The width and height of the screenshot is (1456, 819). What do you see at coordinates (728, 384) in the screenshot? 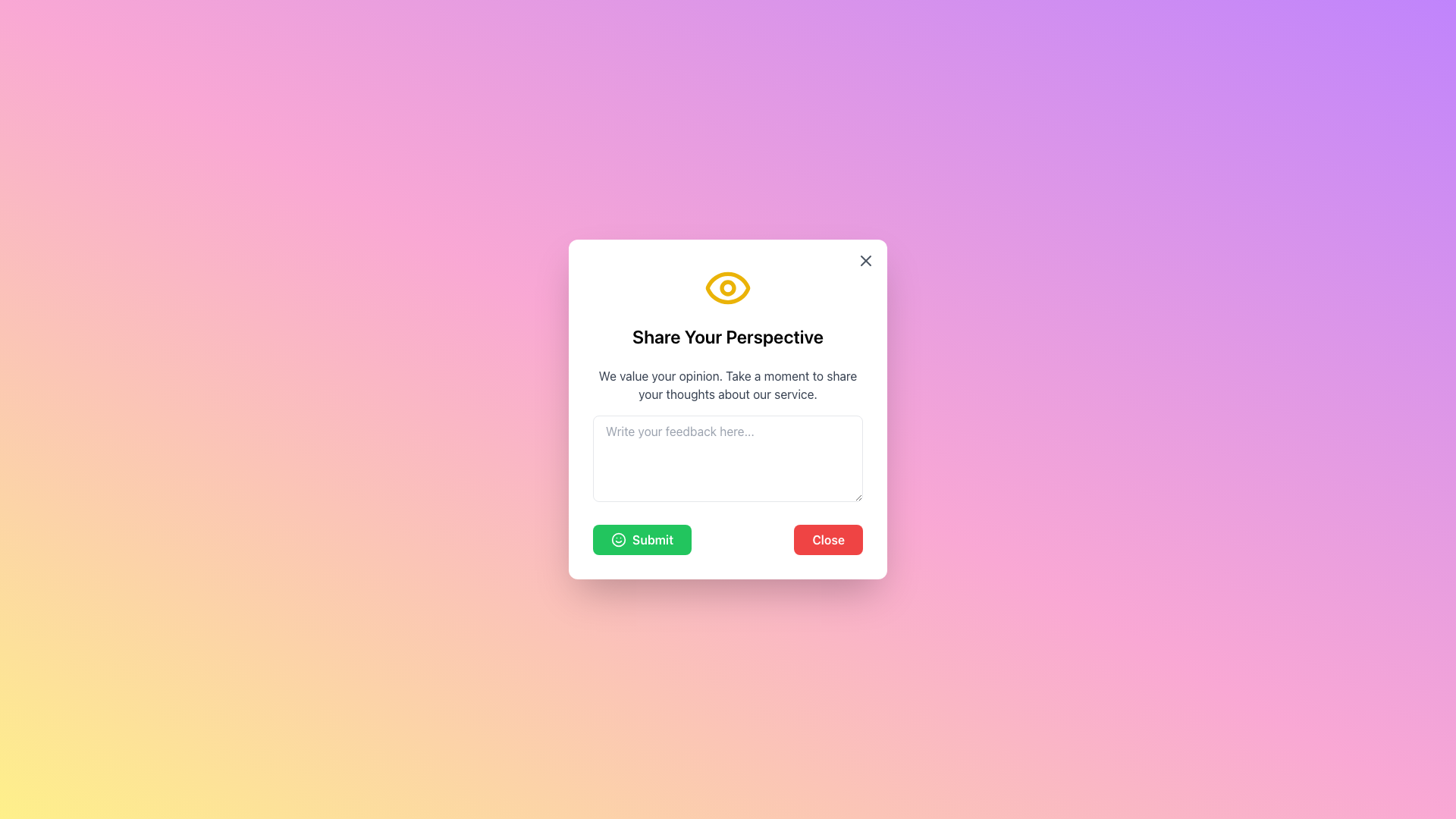
I see `the static text block that says, "We value your opinion. Take a moment to share your thoughts about our service." This block is located below the heading "Share Your Perspective" in a modal dialog box` at bounding box center [728, 384].